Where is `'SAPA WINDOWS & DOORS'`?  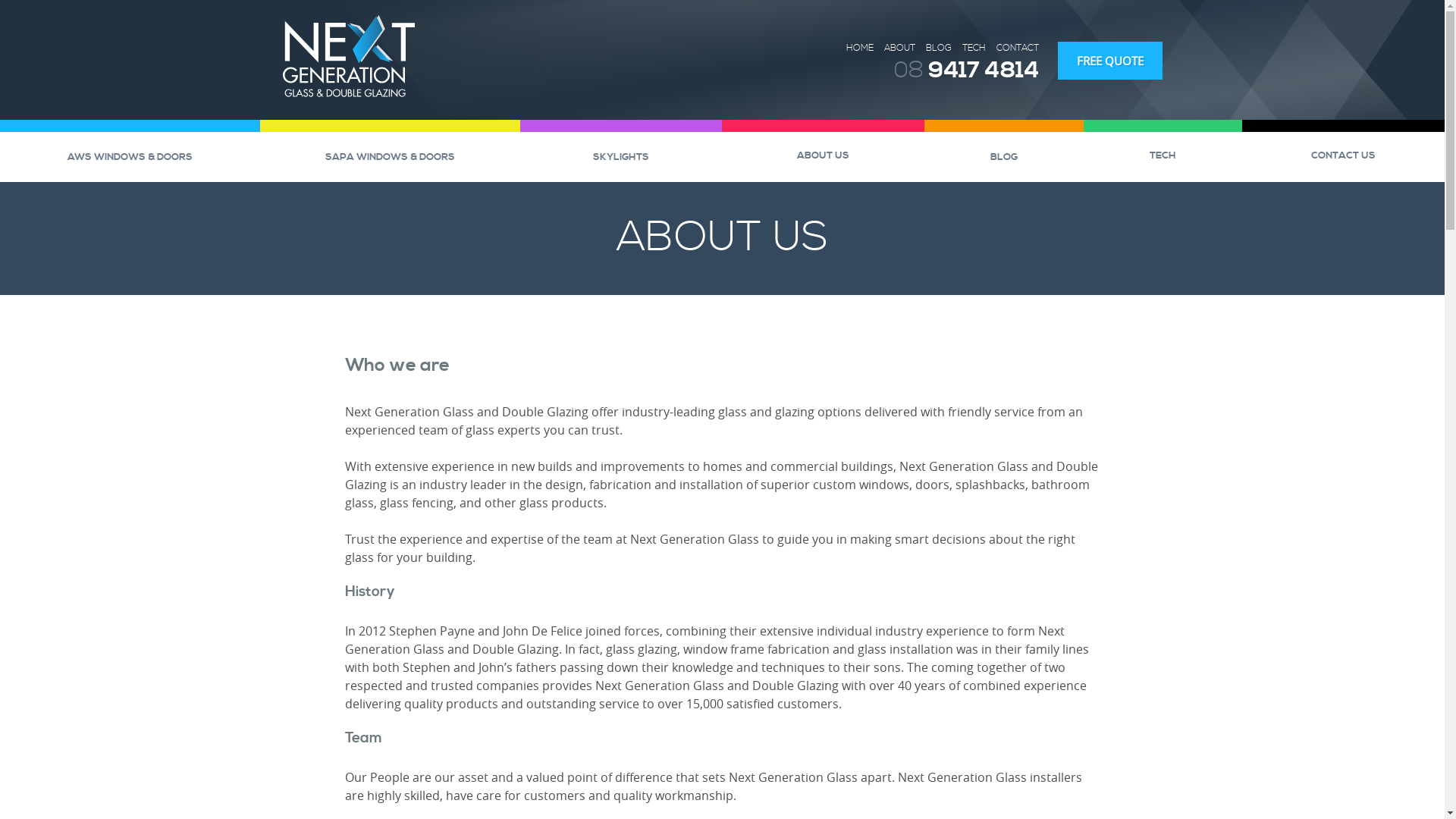
'SAPA WINDOWS & DOORS' is located at coordinates (390, 155).